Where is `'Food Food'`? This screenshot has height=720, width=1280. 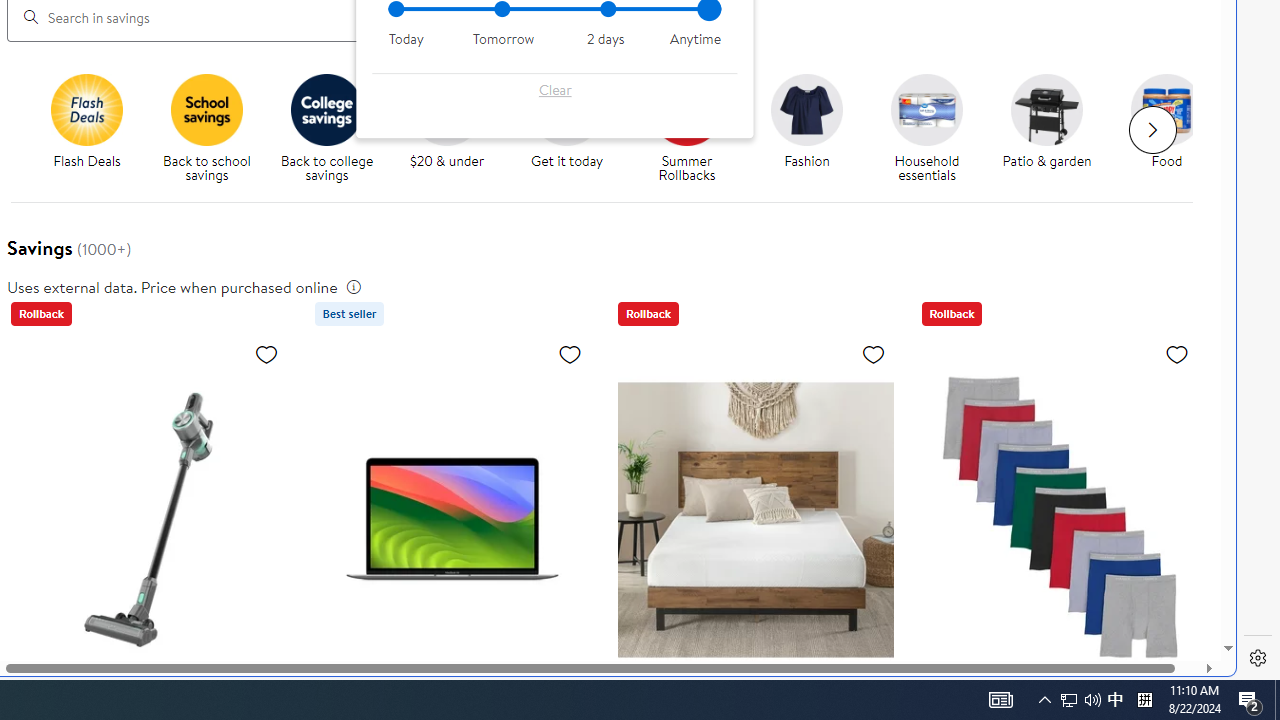
'Food Food' is located at coordinates (1166, 122).